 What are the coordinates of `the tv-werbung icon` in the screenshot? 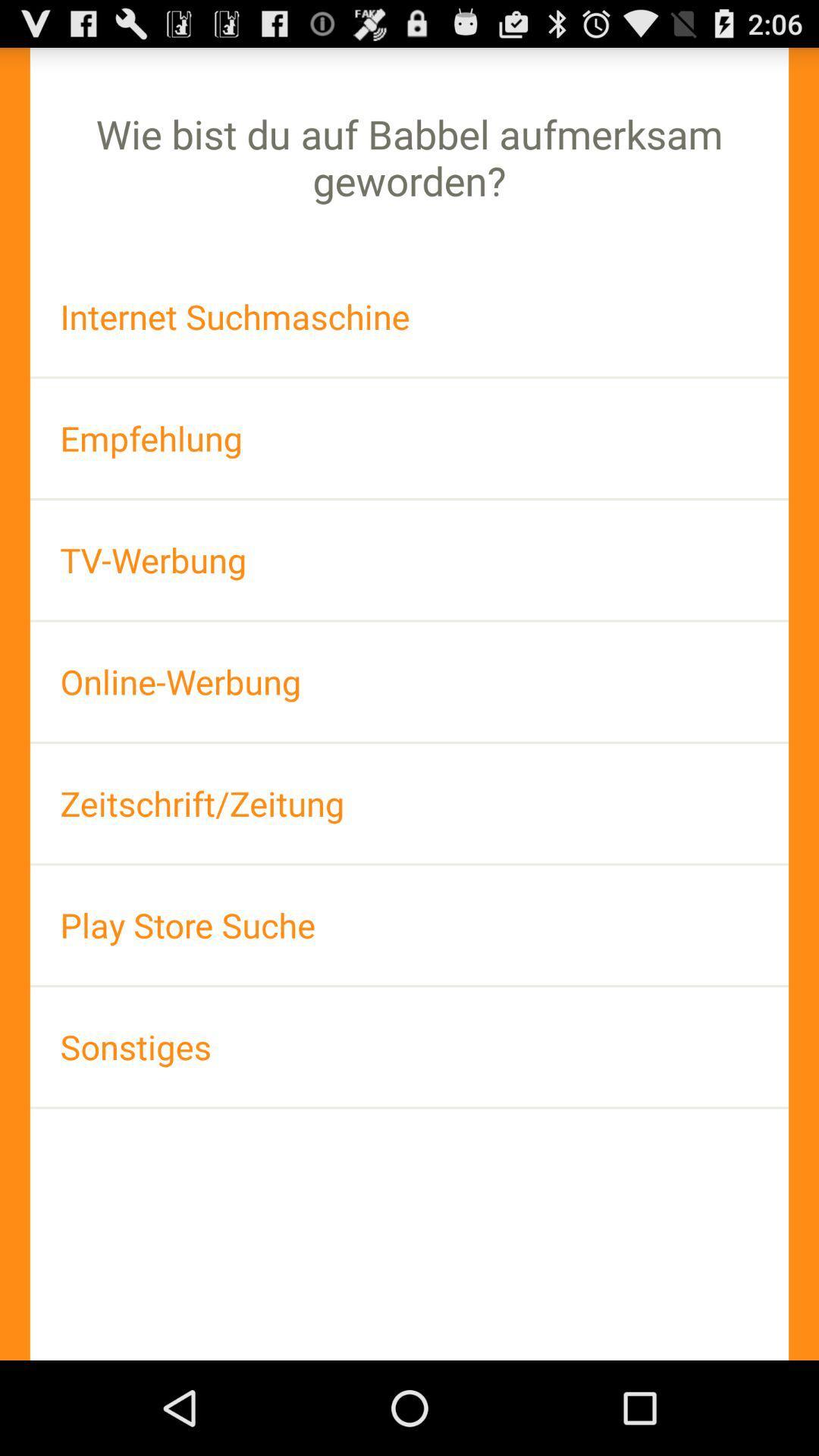 It's located at (409, 559).